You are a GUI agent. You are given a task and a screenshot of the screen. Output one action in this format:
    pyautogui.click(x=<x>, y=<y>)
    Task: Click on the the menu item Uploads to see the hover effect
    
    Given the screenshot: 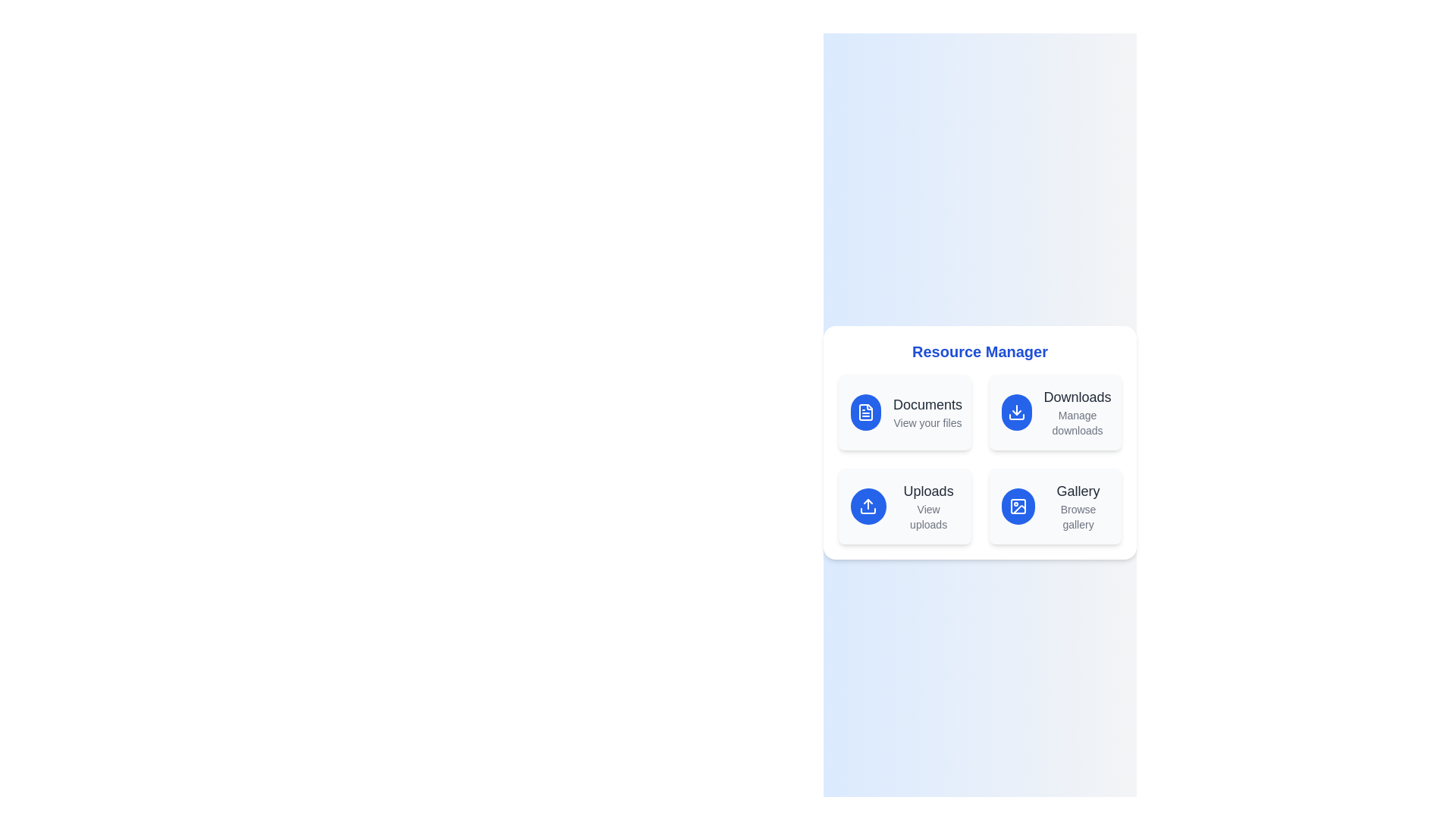 What is the action you would take?
    pyautogui.click(x=905, y=506)
    